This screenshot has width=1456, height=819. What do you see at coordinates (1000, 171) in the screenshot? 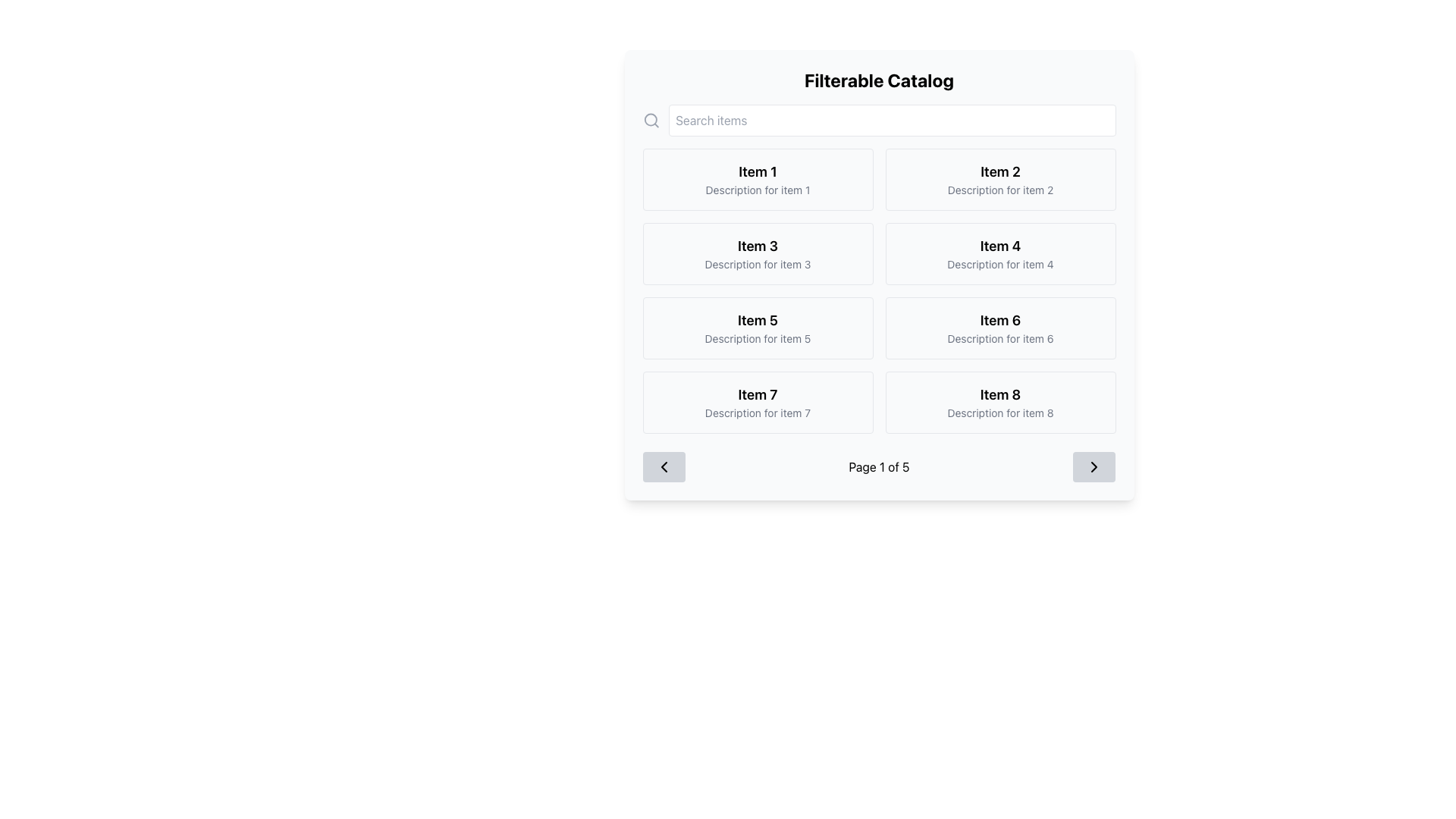
I see `the static text label that serves as the title of the card located in the second column of the first row, positioned above the description text 'Description for item 2'` at bounding box center [1000, 171].